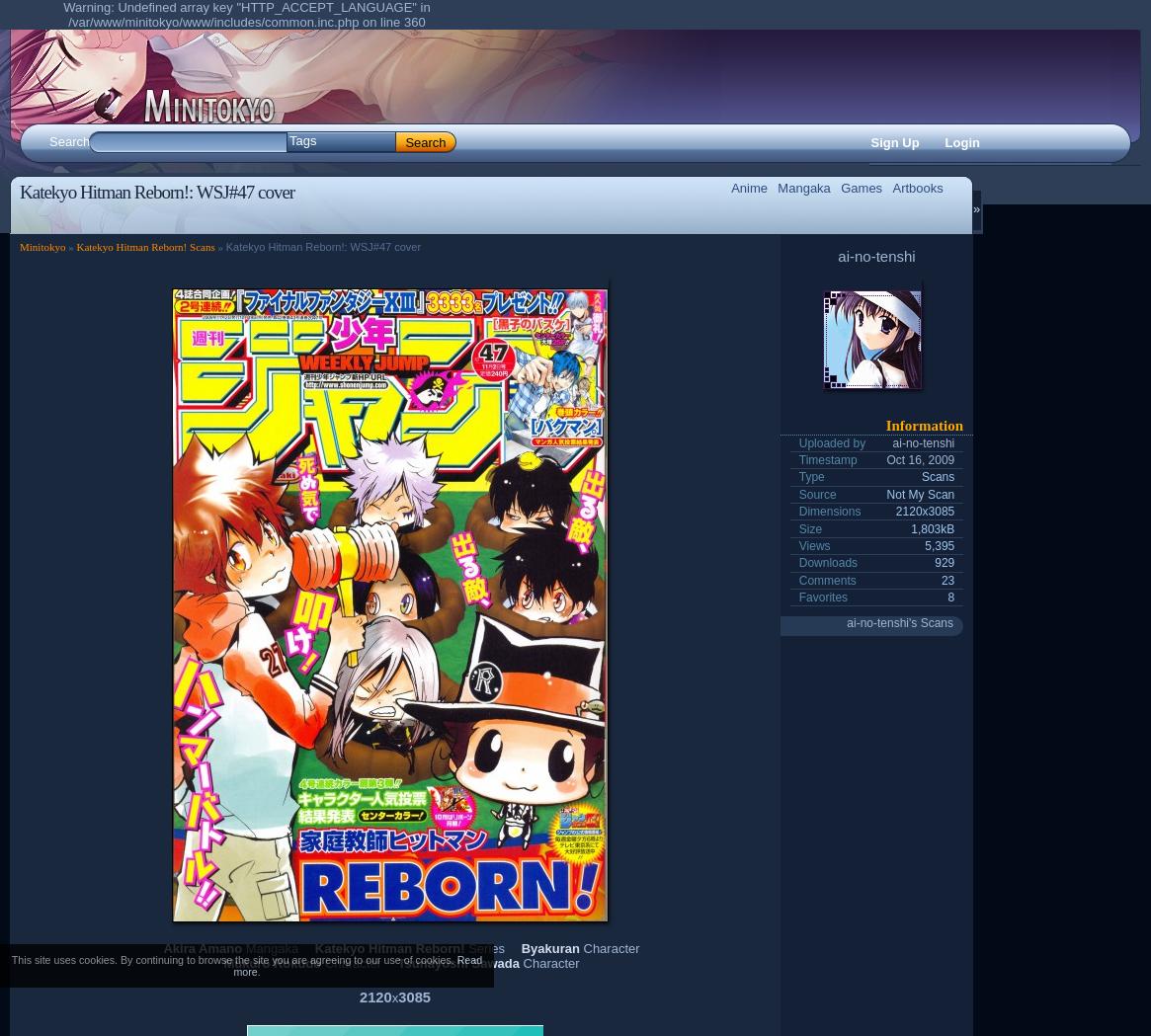 The width and height of the screenshot is (1151, 1036). What do you see at coordinates (202, 947) in the screenshot?
I see `'Akira Amano'` at bounding box center [202, 947].